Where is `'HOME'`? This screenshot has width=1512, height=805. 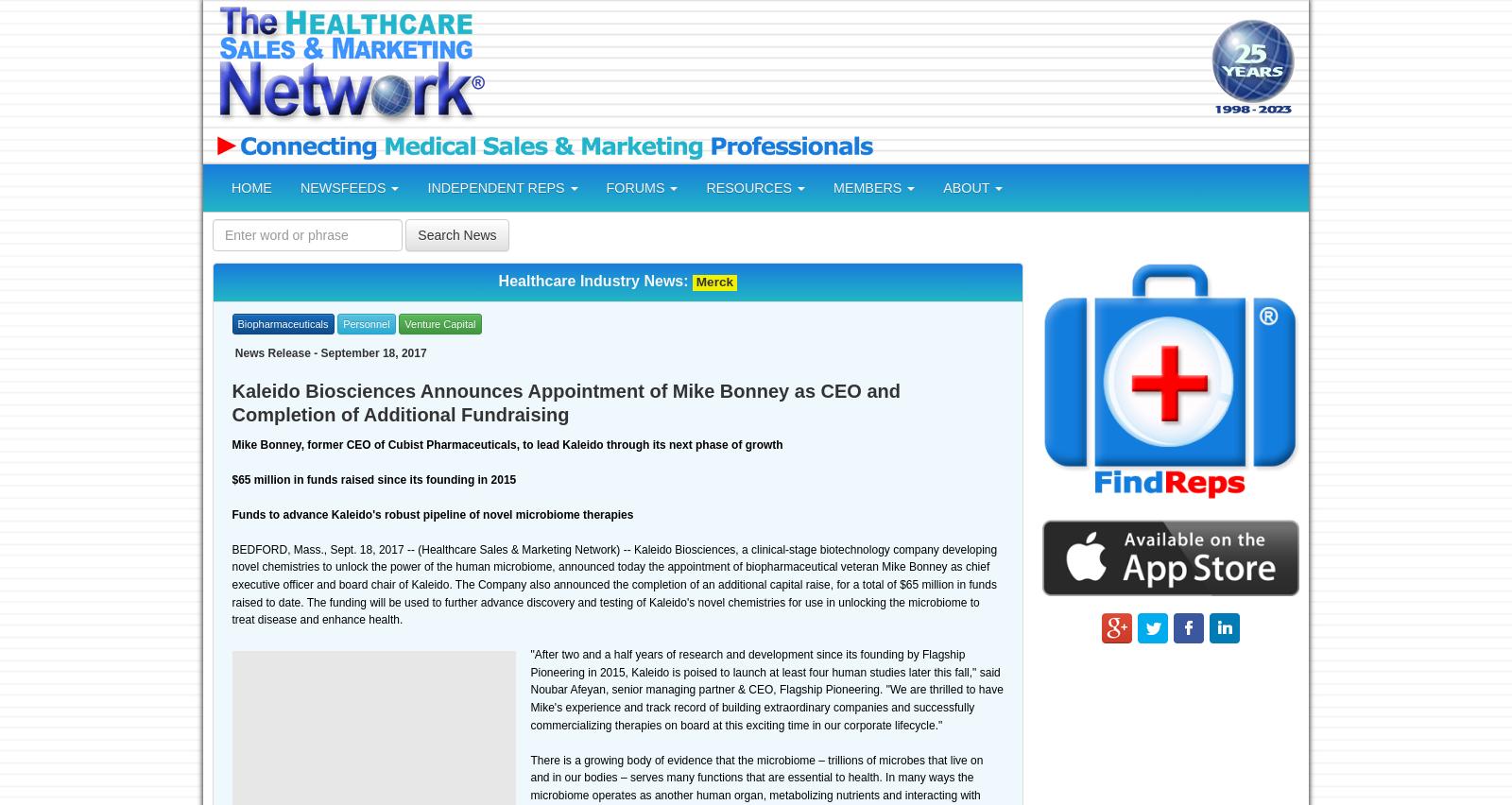
'HOME' is located at coordinates (251, 188).